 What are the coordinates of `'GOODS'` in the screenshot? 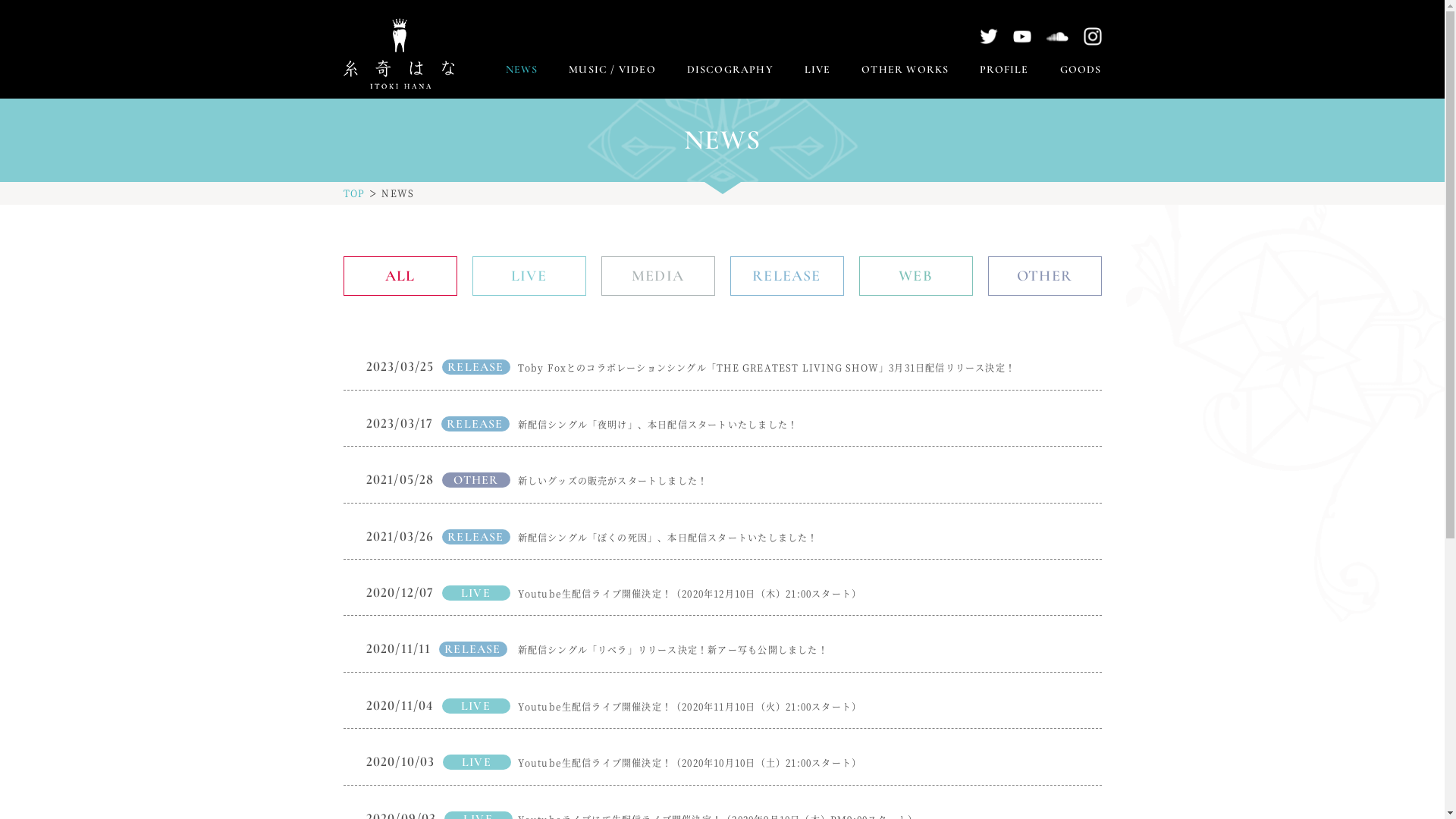 It's located at (1080, 69).